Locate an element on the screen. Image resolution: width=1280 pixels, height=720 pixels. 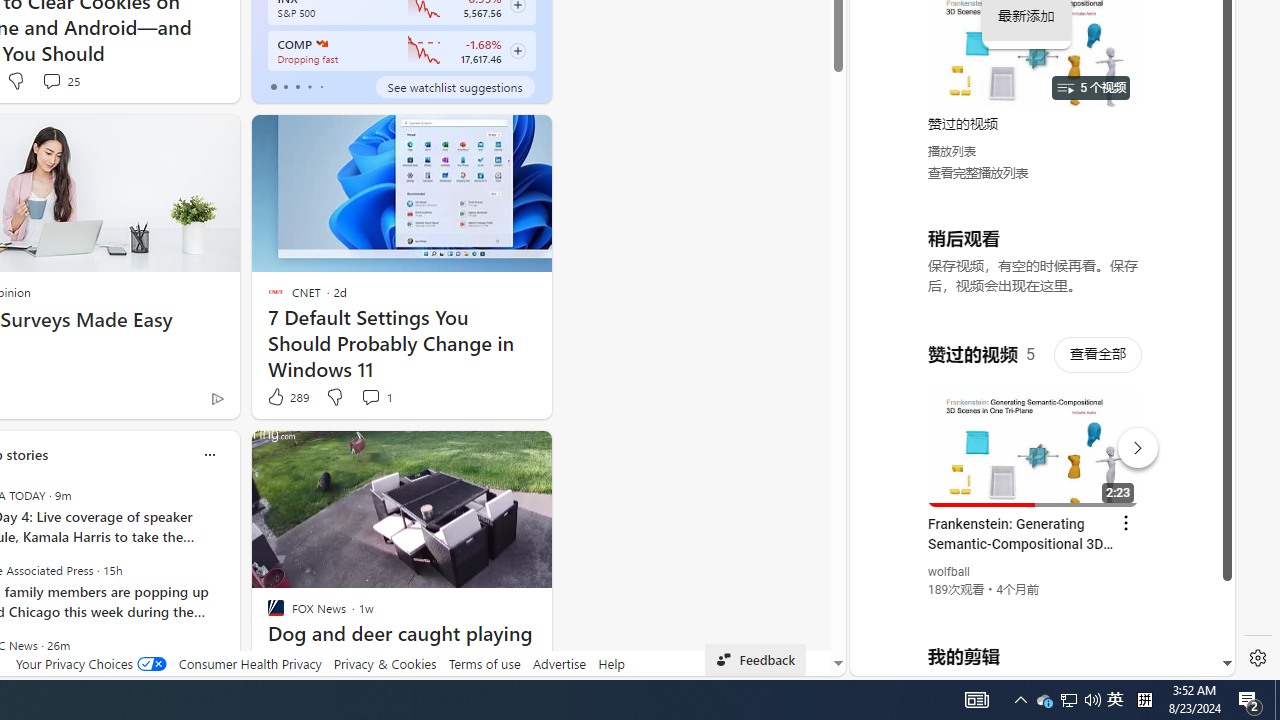
'YouTube' is located at coordinates (1034, 431).